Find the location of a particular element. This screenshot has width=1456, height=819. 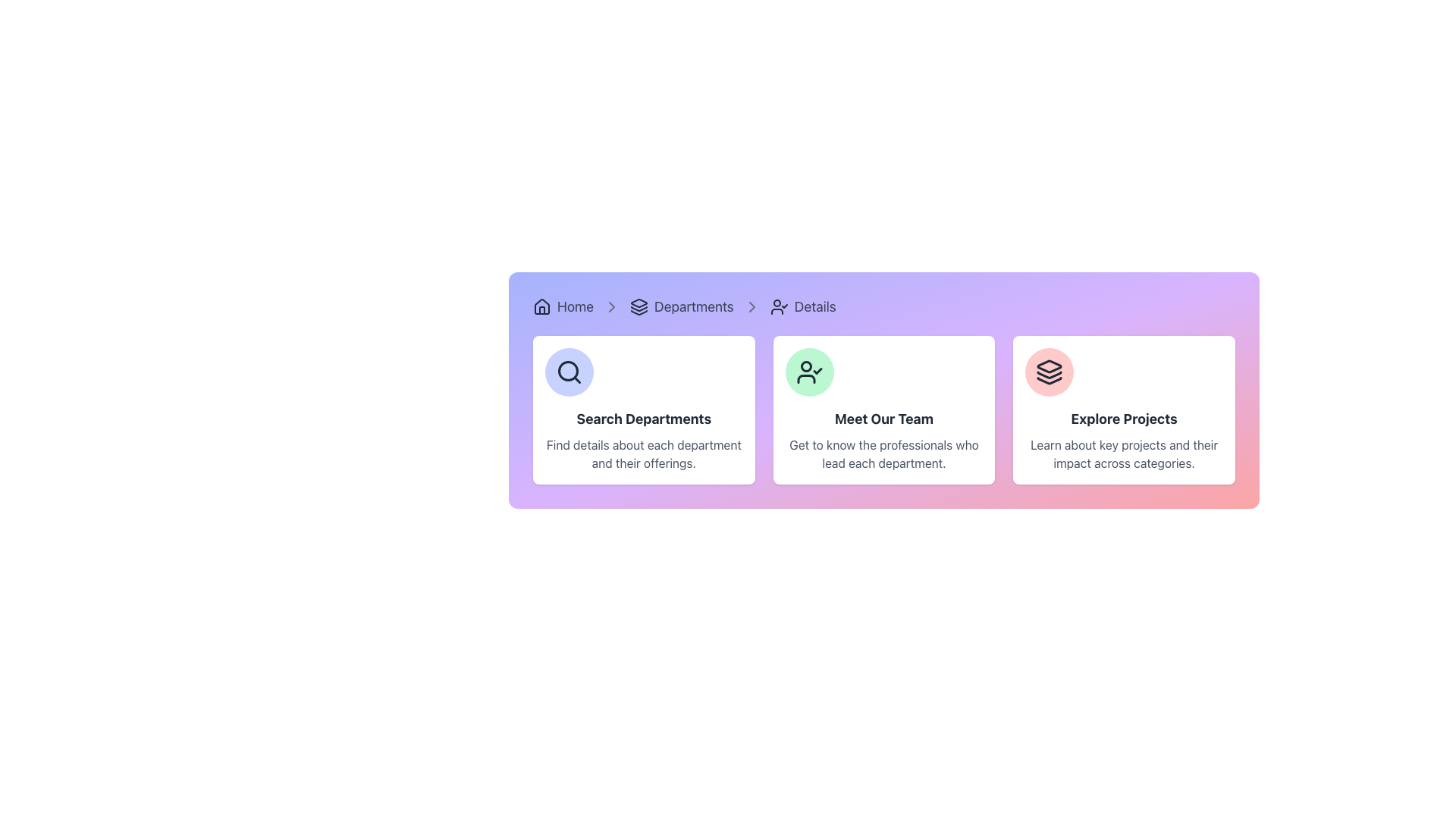

the user verification icon located within the second card titled 'Meet Our Team', which is centered inside a circular green background is located at coordinates (808, 372).